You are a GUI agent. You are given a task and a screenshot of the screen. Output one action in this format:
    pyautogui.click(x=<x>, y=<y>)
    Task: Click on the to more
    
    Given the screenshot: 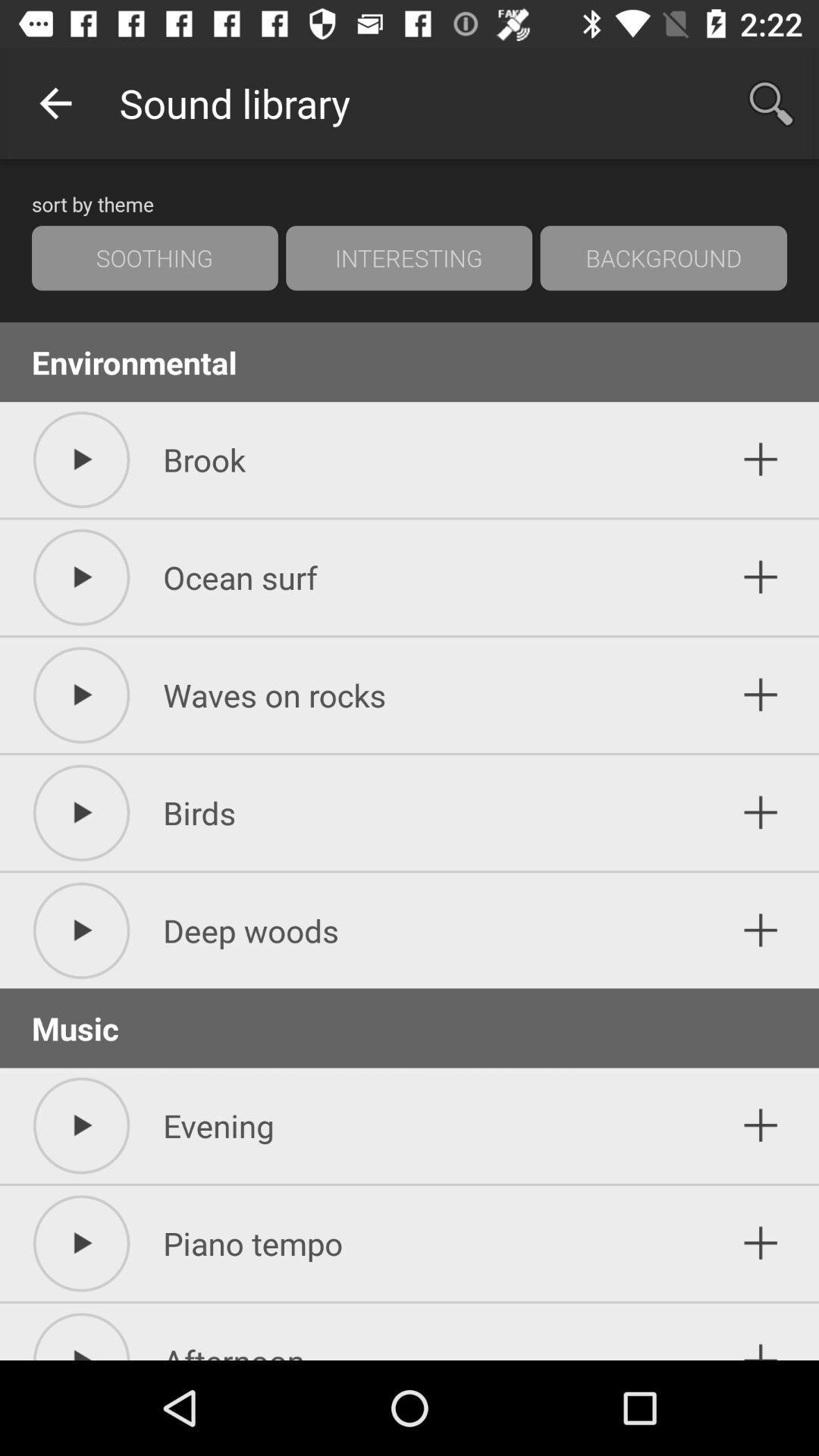 What is the action you would take?
    pyautogui.click(x=761, y=930)
    